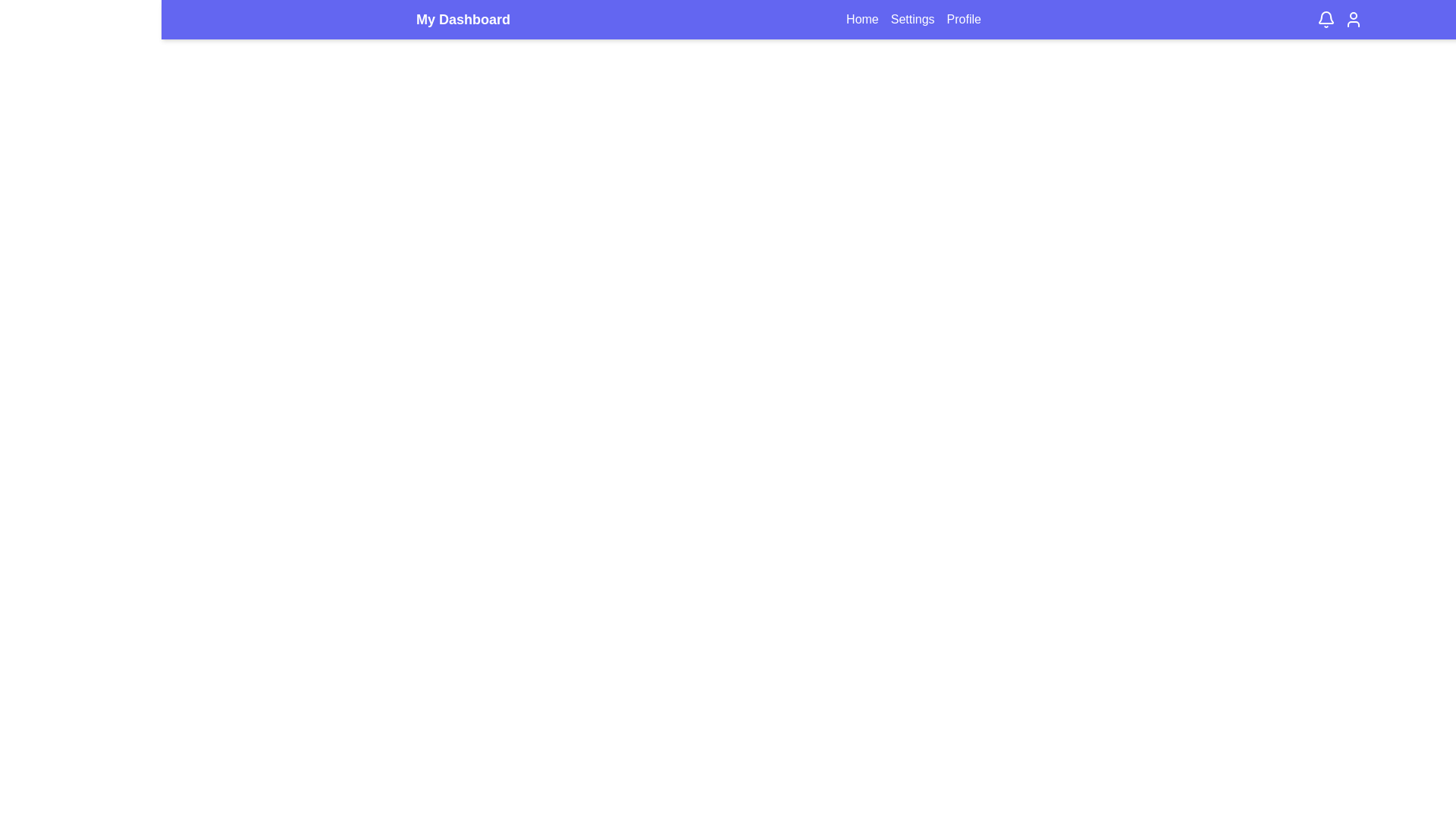 Image resolution: width=1456 pixels, height=819 pixels. Describe the element at coordinates (963, 20) in the screenshot. I see `the 'Profile' button located in the top-right corner of the navigation bar` at that location.